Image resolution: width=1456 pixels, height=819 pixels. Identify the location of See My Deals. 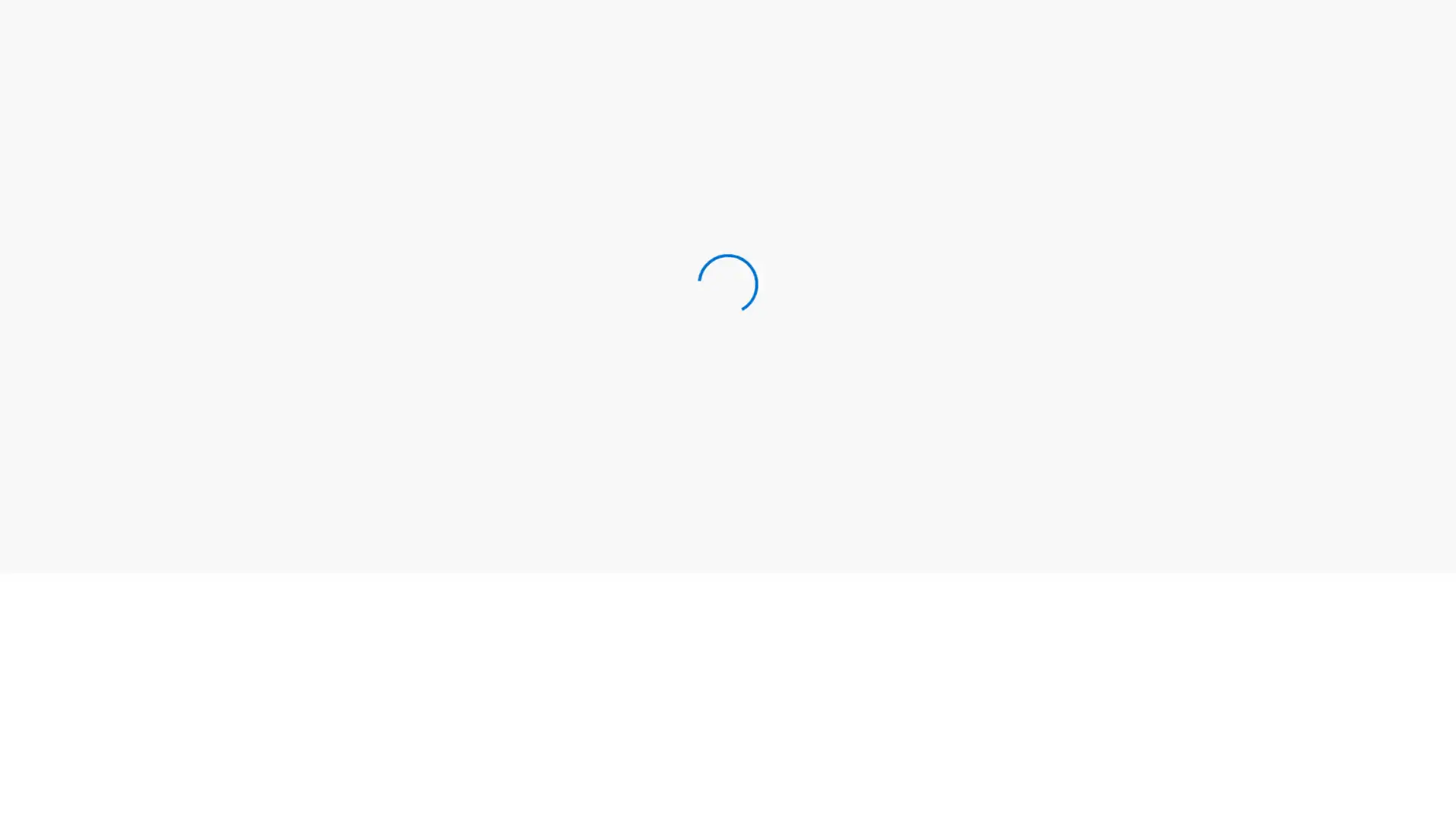
(843, 595).